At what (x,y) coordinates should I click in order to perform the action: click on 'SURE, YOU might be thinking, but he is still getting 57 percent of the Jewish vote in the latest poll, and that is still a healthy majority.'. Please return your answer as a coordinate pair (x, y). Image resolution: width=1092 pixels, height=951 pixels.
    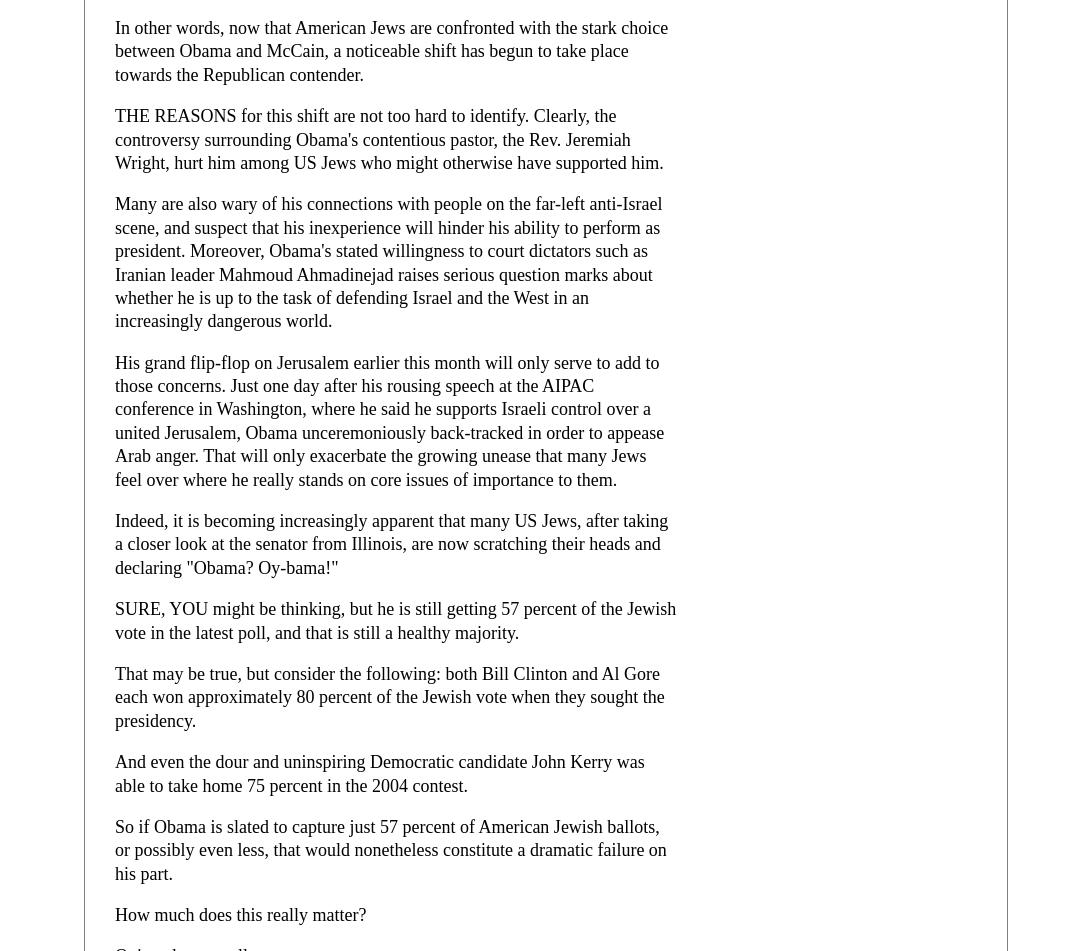
    Looking at the image, I should click on (395, 619).